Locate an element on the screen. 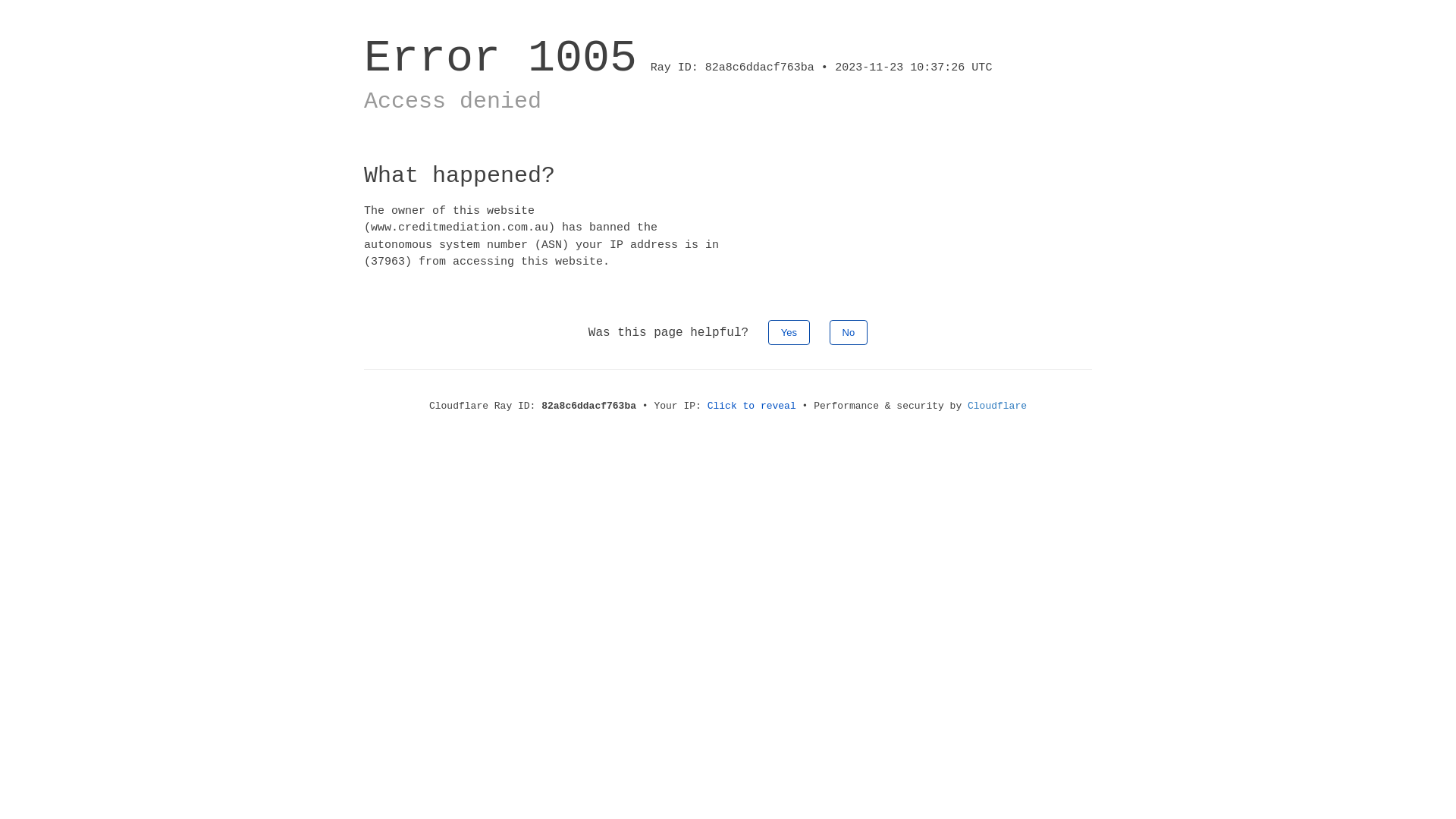 The width and height of the screenshot is (1456, 819). 'Cloudflare' is located at coordinates (997, 405).